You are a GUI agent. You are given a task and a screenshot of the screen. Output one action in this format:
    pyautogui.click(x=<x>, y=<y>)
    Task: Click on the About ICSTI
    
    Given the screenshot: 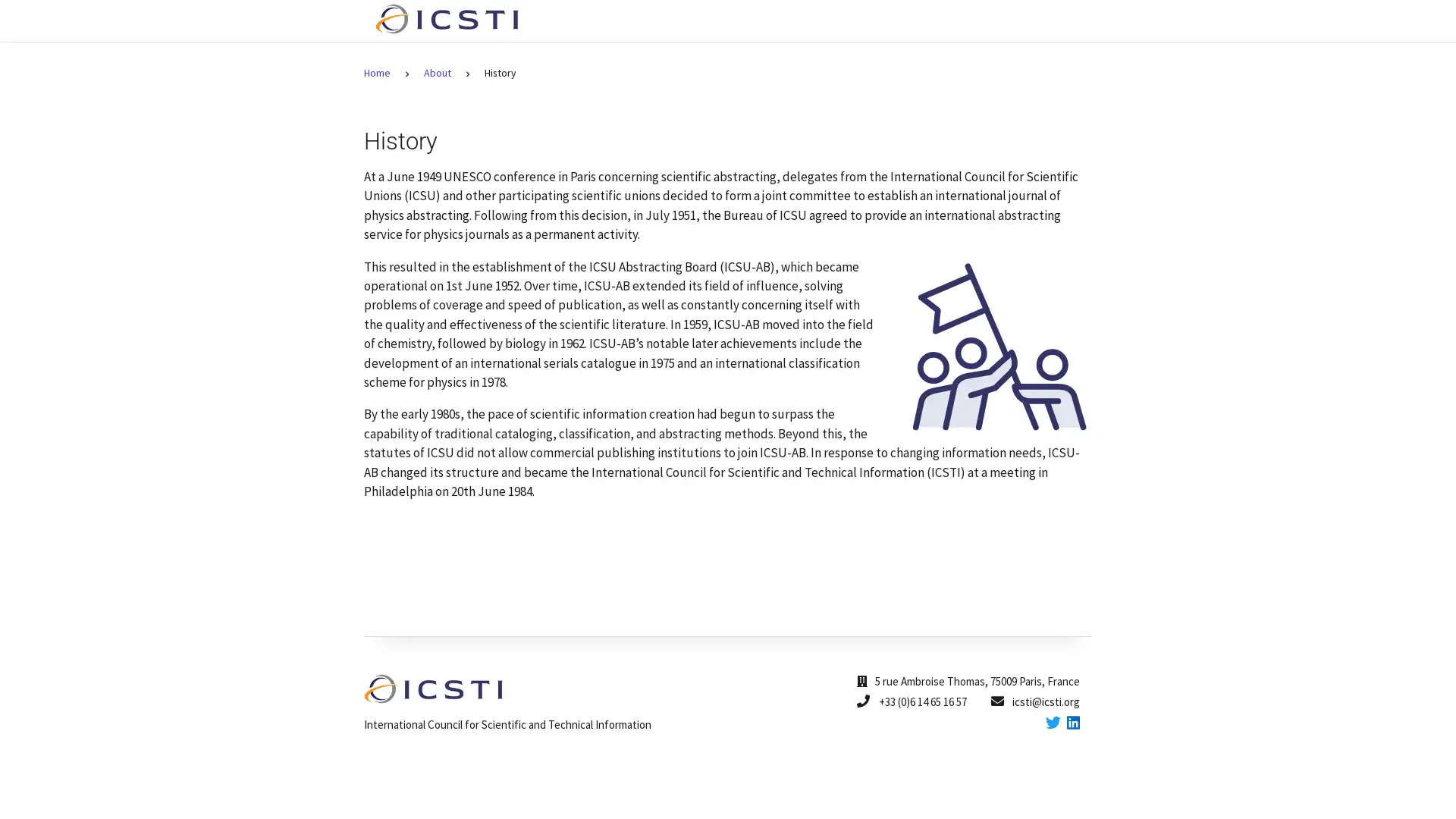 What is the action you would take?
    pyautogui.click(x=743, y=20)
    